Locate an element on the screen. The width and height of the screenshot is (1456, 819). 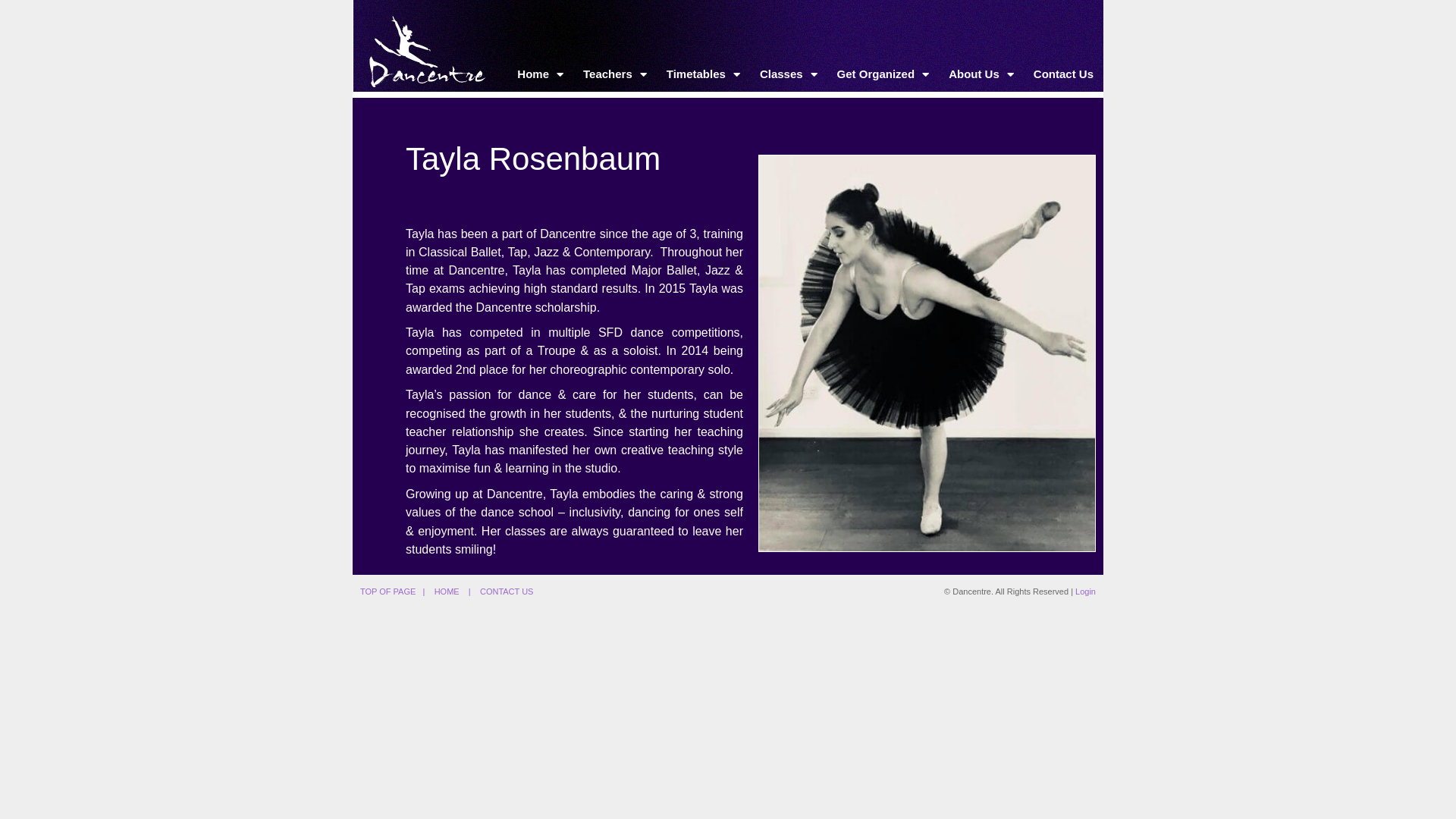
'Timetables' is located at coordinates (702, 74).